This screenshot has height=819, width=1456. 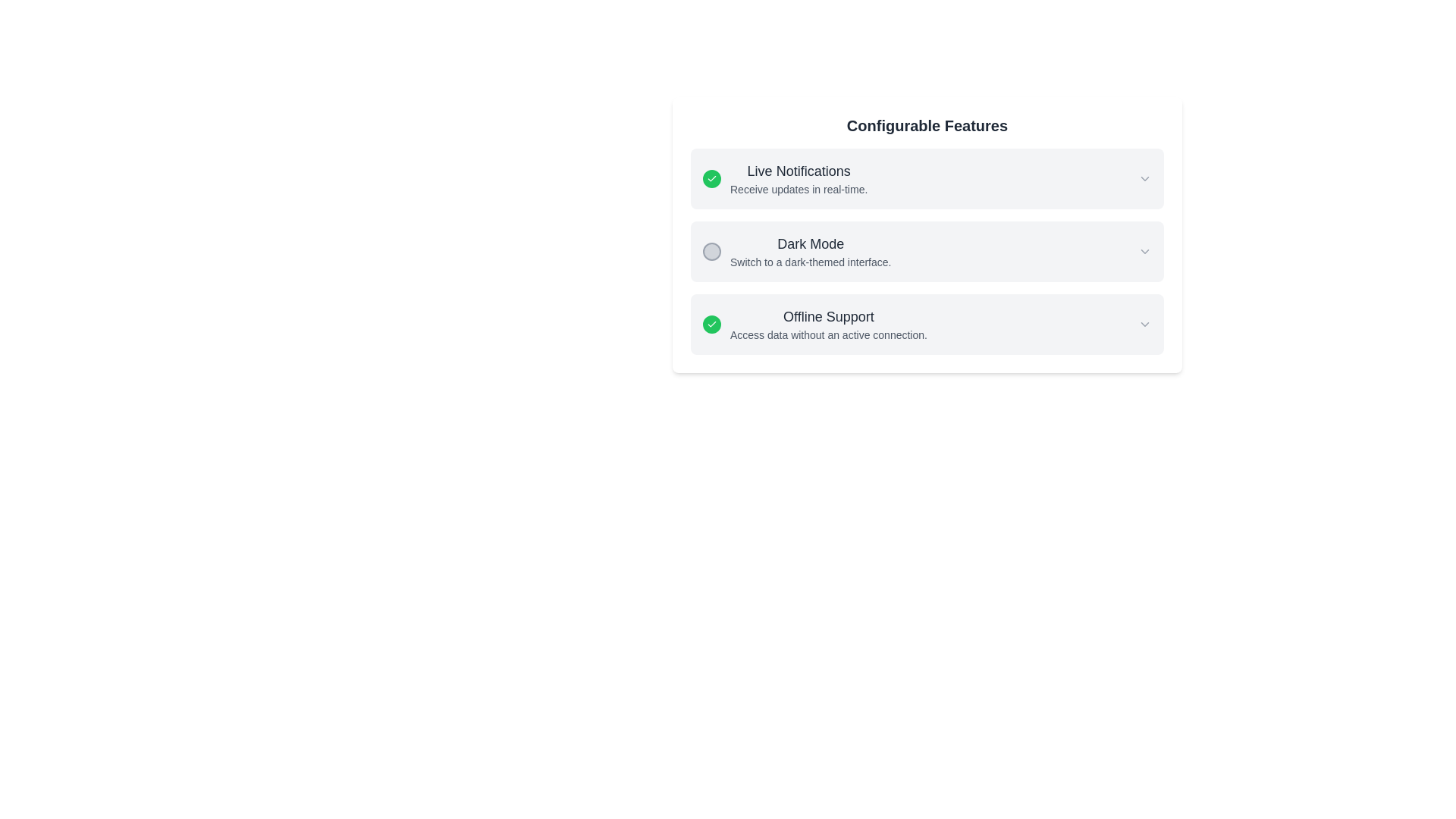 I want to click on the circular toggle button with a green background and white checkmark icon, located at the leftmost portion of the 'Live Notifications' row in the 'Configurable Features' section, so click(x=711, y=177).